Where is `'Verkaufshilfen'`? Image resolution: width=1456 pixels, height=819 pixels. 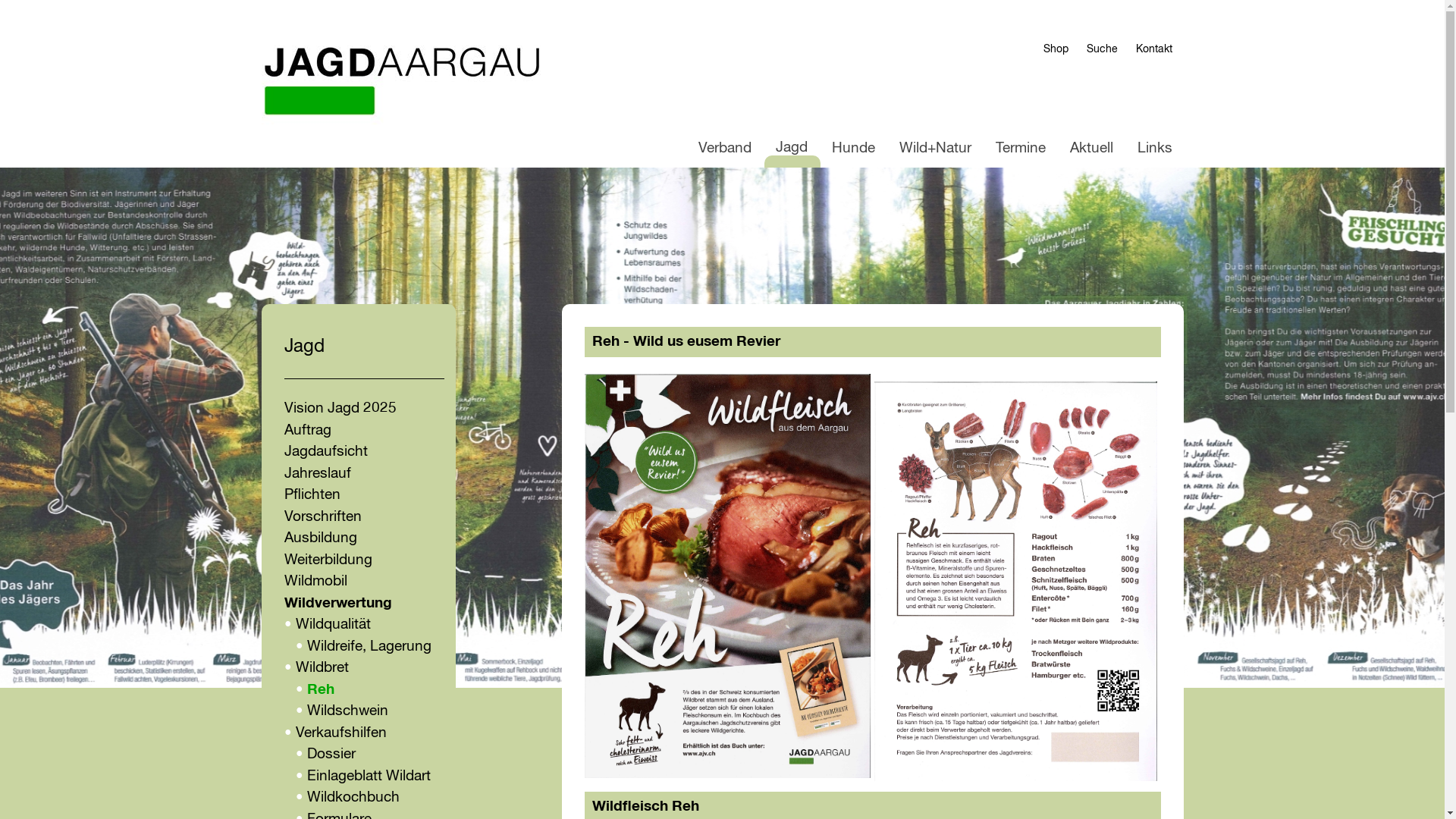
'Verkaufshilfen' is located at coordinates (340, 732).